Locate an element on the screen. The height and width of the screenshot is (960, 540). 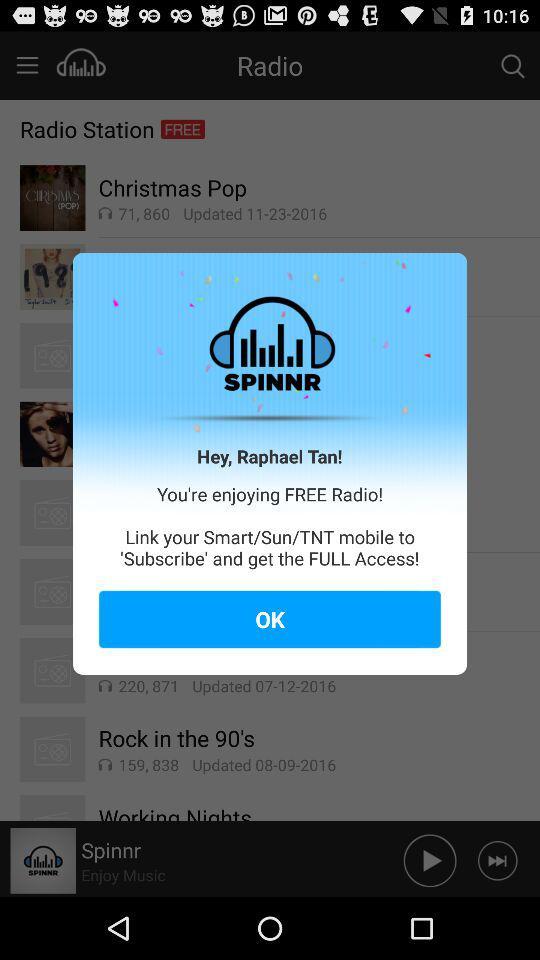
ok item is located at coordinates (270, 618).